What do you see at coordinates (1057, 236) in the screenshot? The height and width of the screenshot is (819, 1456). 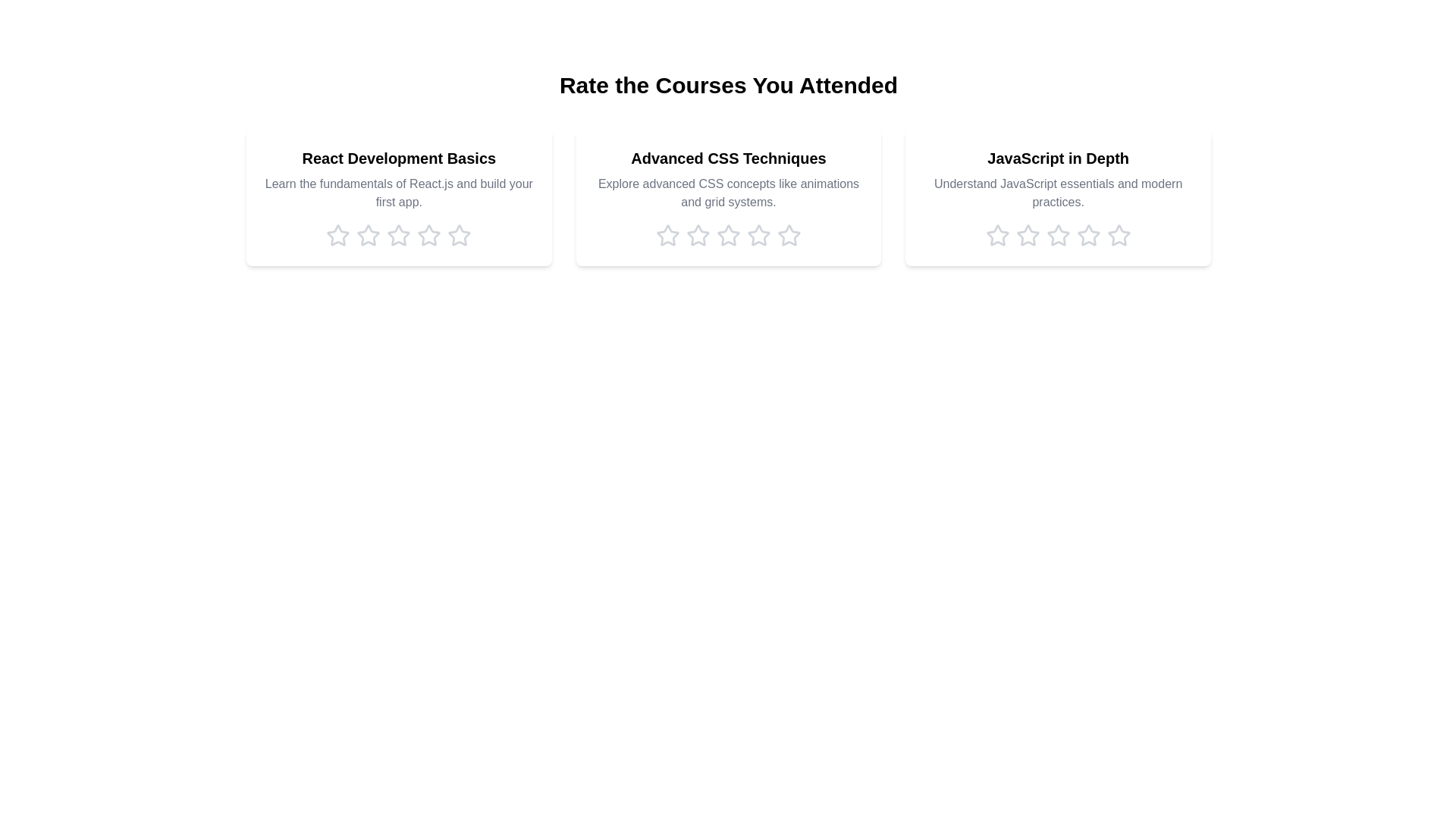 I see `the rating for the course 'JavaScript in Depth' to 3 stars` at bounding box center [1057, 236].